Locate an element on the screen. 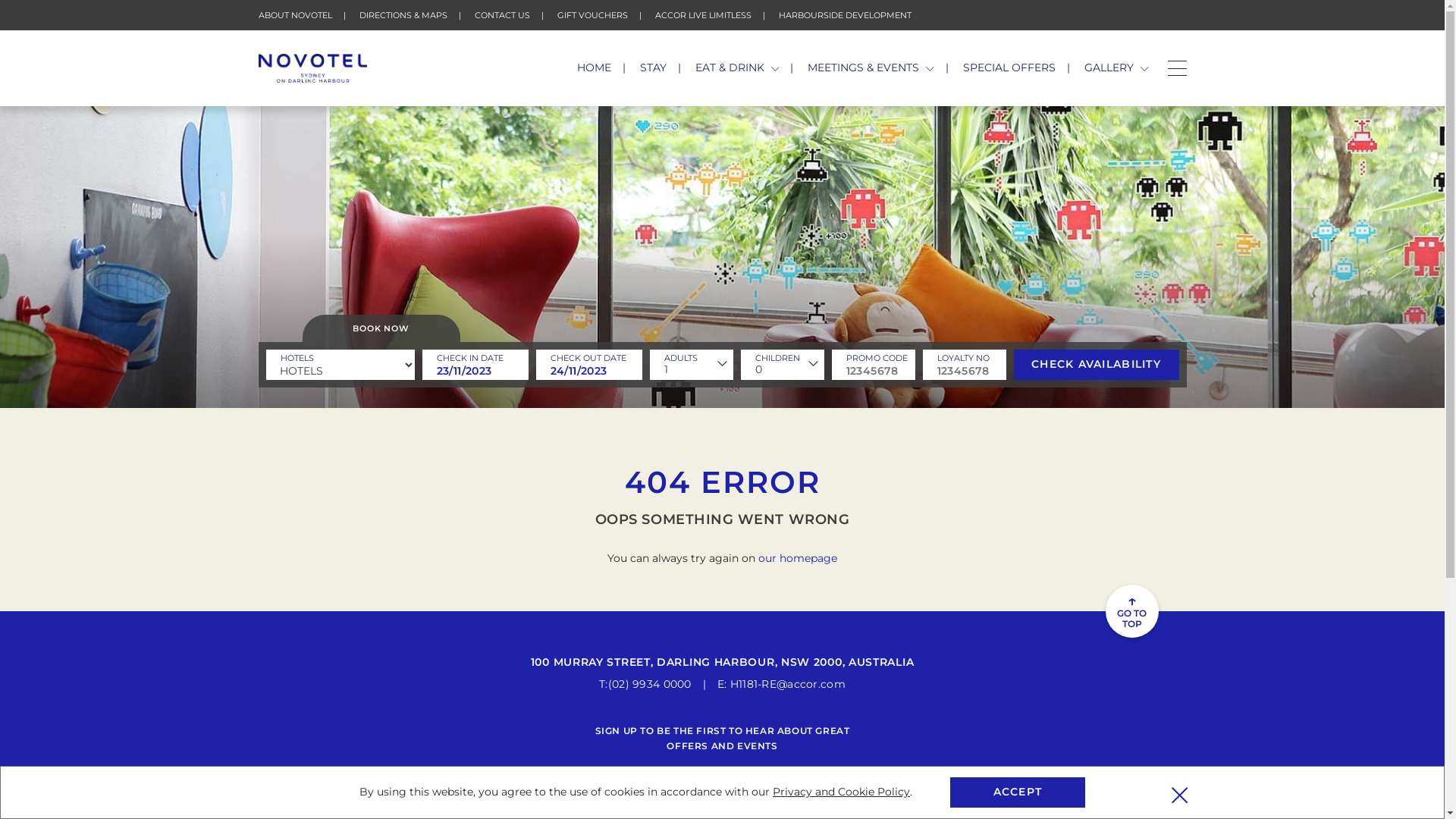  'CHECK AVAILABILITY' is located at coordinates (1095, 365).